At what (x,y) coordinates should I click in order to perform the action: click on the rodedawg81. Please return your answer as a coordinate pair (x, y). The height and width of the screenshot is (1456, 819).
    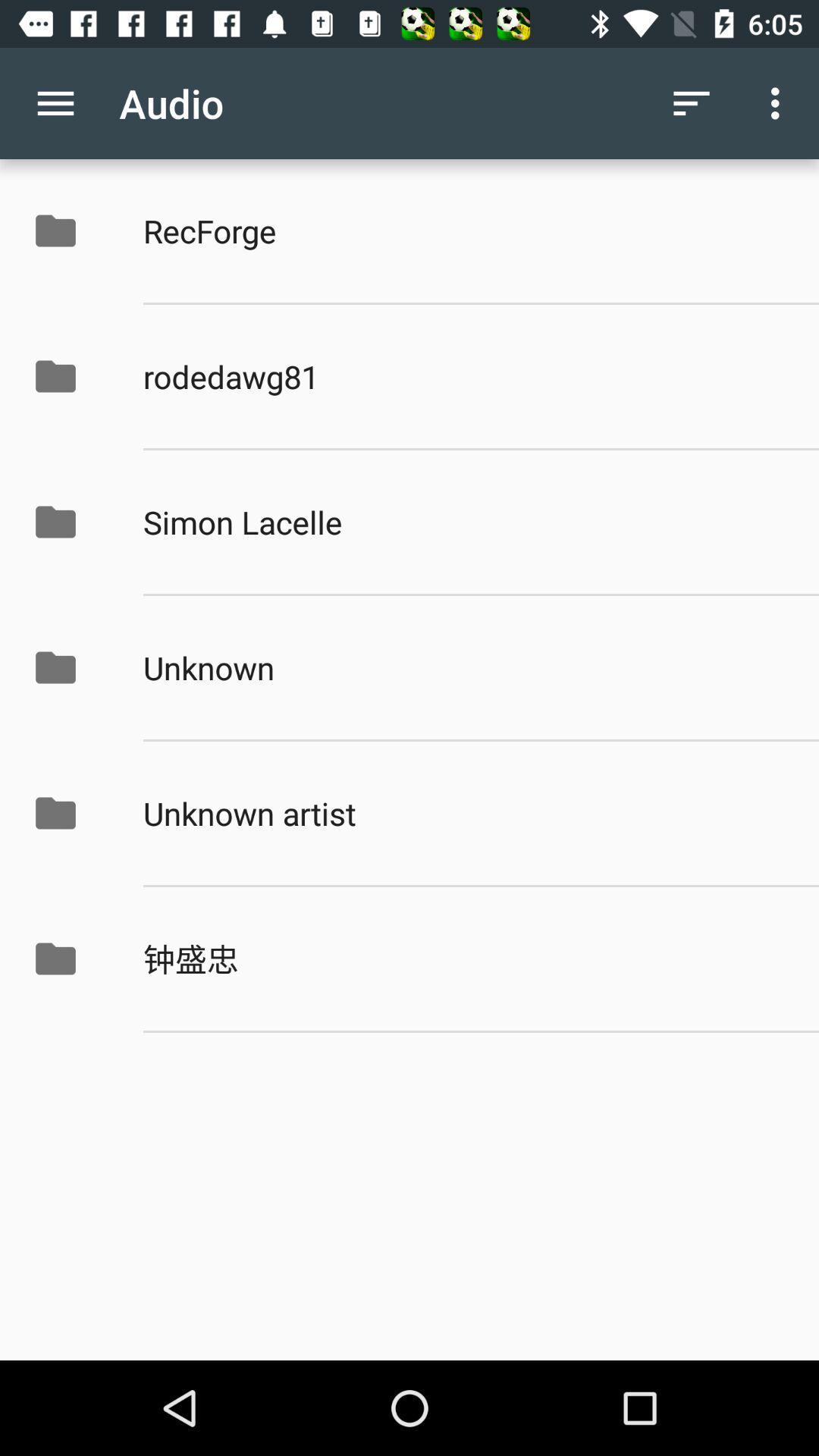
    Looking at the image, I should click on (464, 376).